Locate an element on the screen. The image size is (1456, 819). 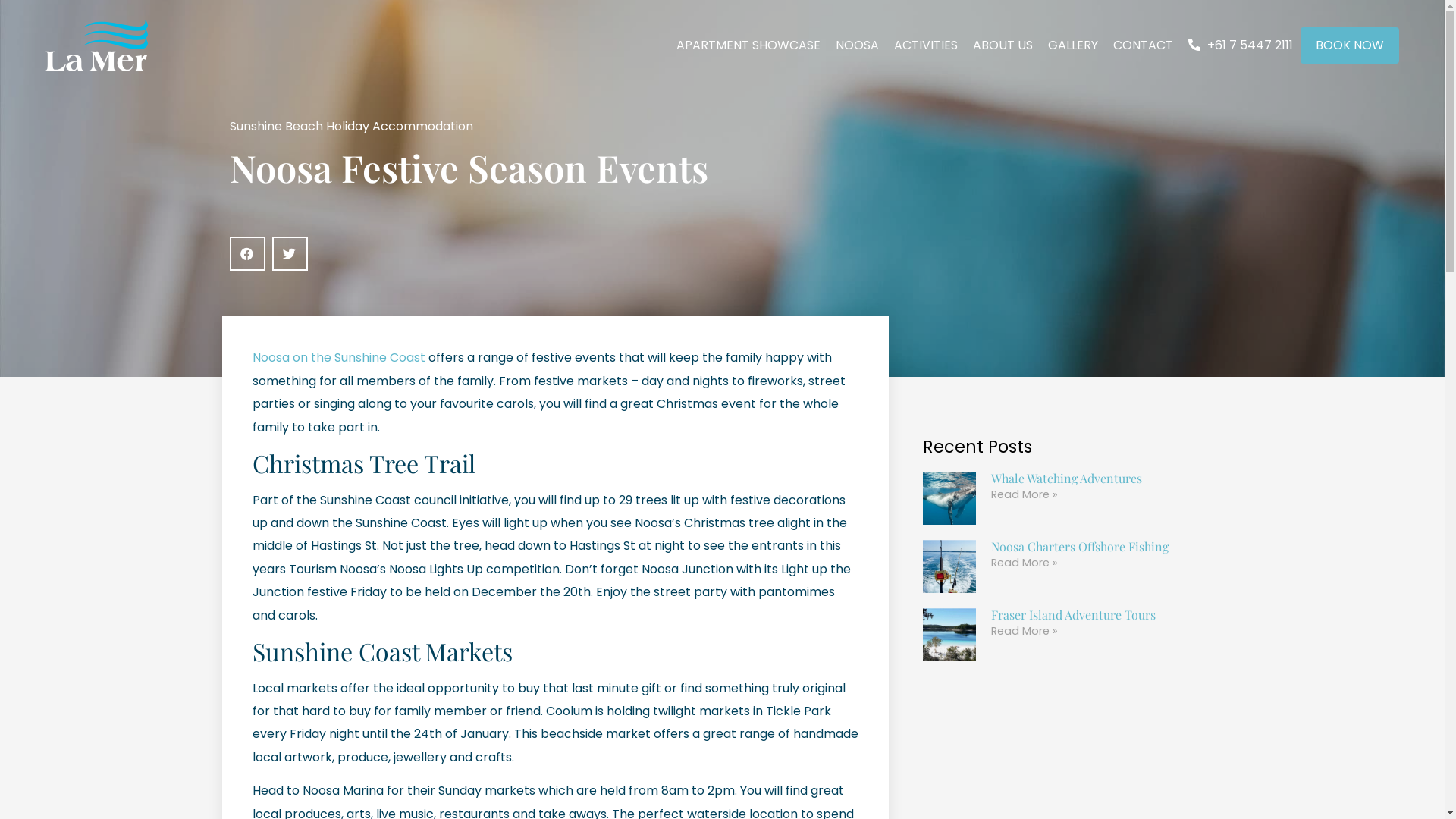
'ACTIVITIES' is located at coordinates (924, 45).